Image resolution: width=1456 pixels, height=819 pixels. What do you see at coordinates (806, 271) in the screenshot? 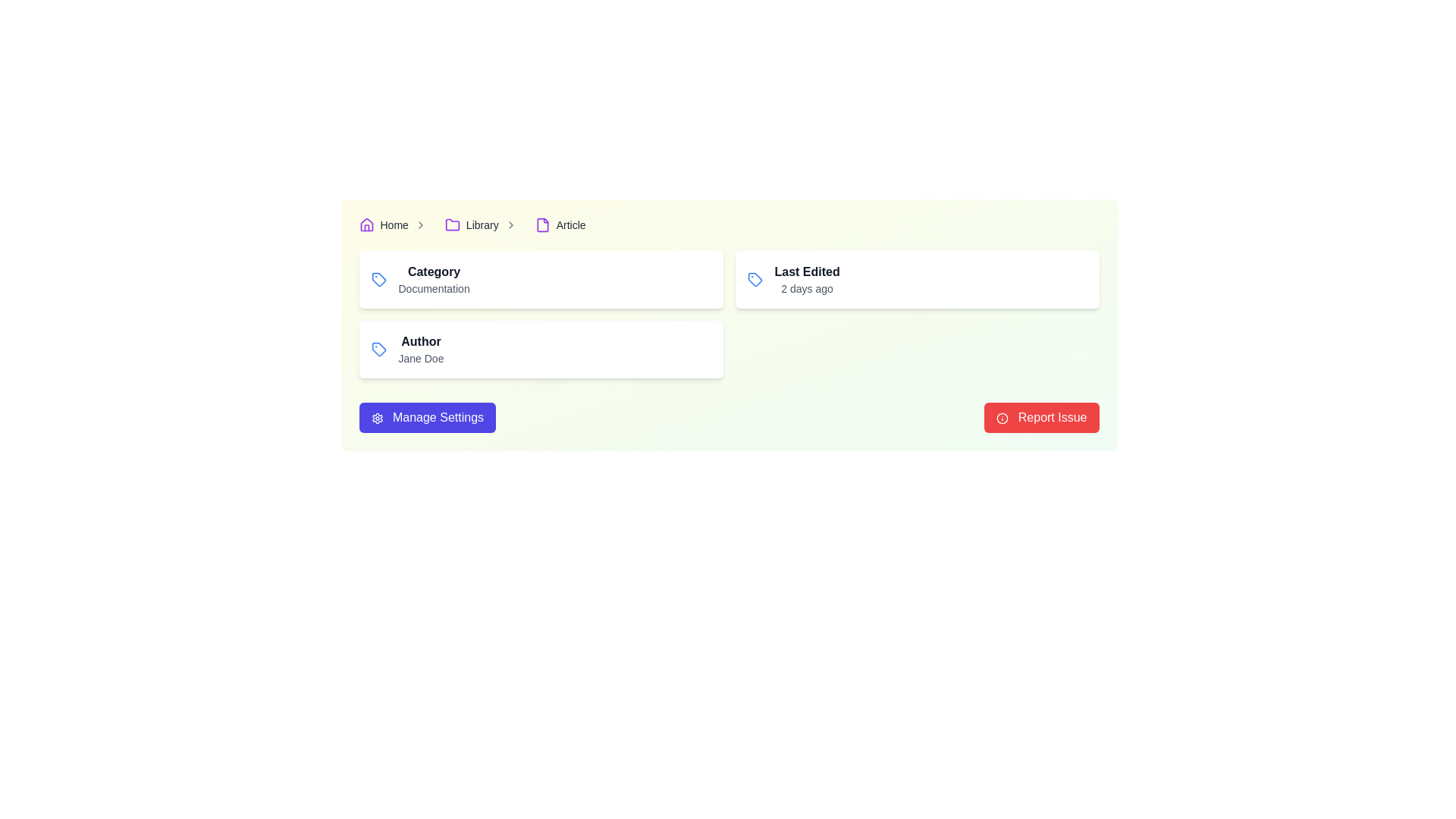
I see `the static text element displaying 'Last Edited', which is styled in dark gray and positioned above the text '2 days ago' within a card on the upper-right side of the interface` at bounding box center [806, 271].